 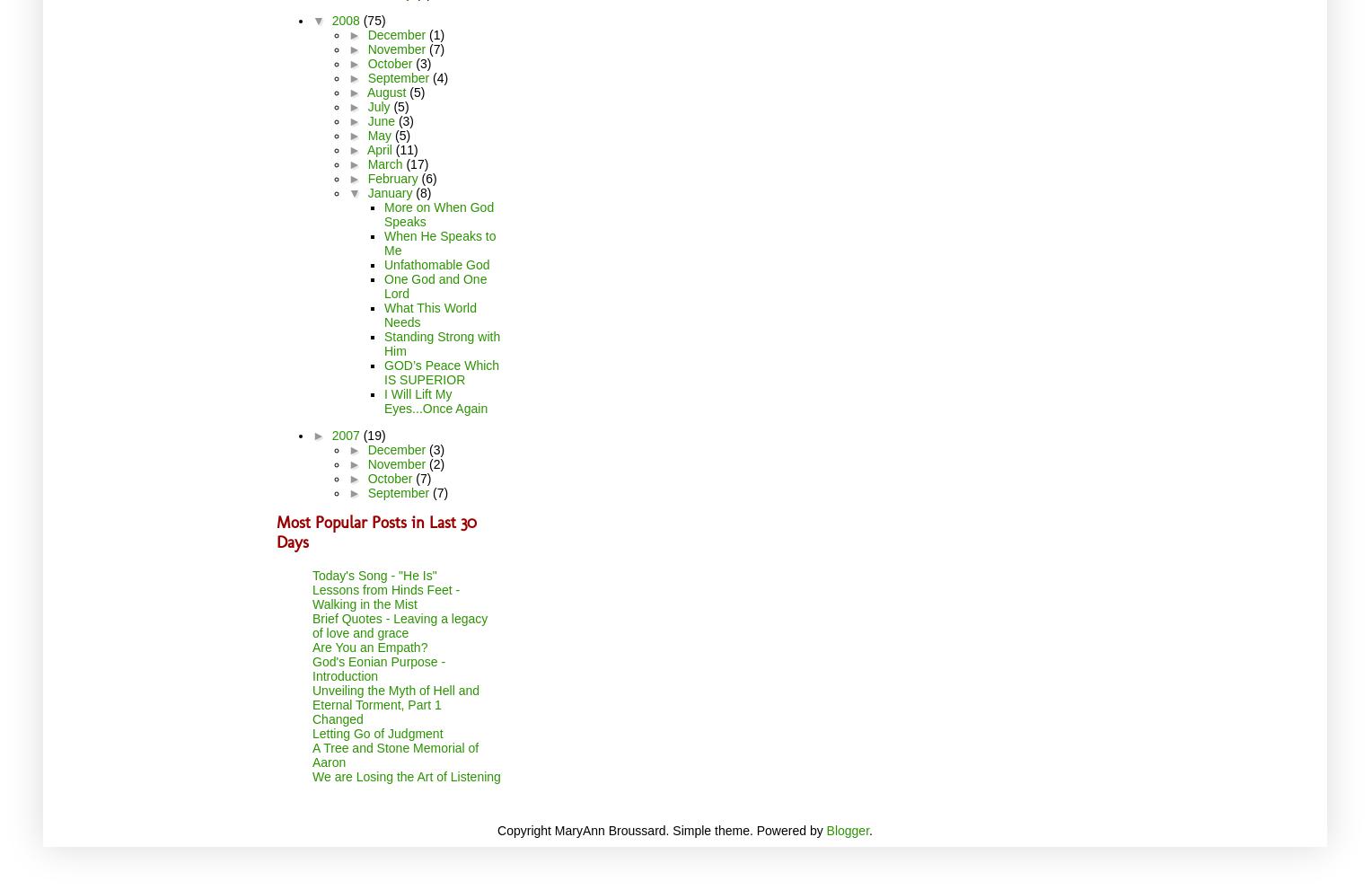 What do you see at coordinates (435, 264) in the screenshot?
I see `'Unfathomable God'` at bounding box center [435, 264].